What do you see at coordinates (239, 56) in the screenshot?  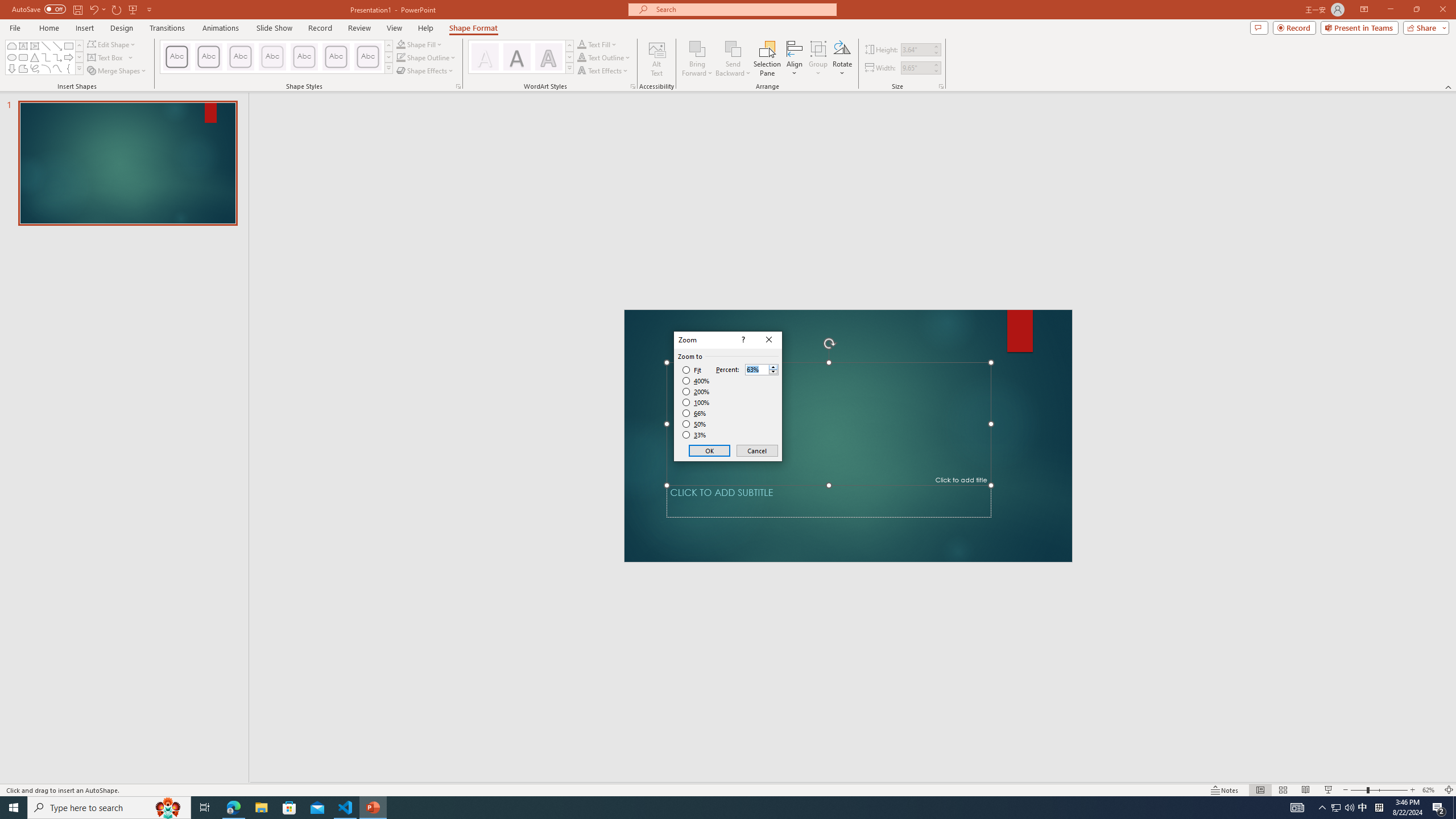 I see `'Colored Outline - Orange, Accent 2'` at bounding box center [239, 56].